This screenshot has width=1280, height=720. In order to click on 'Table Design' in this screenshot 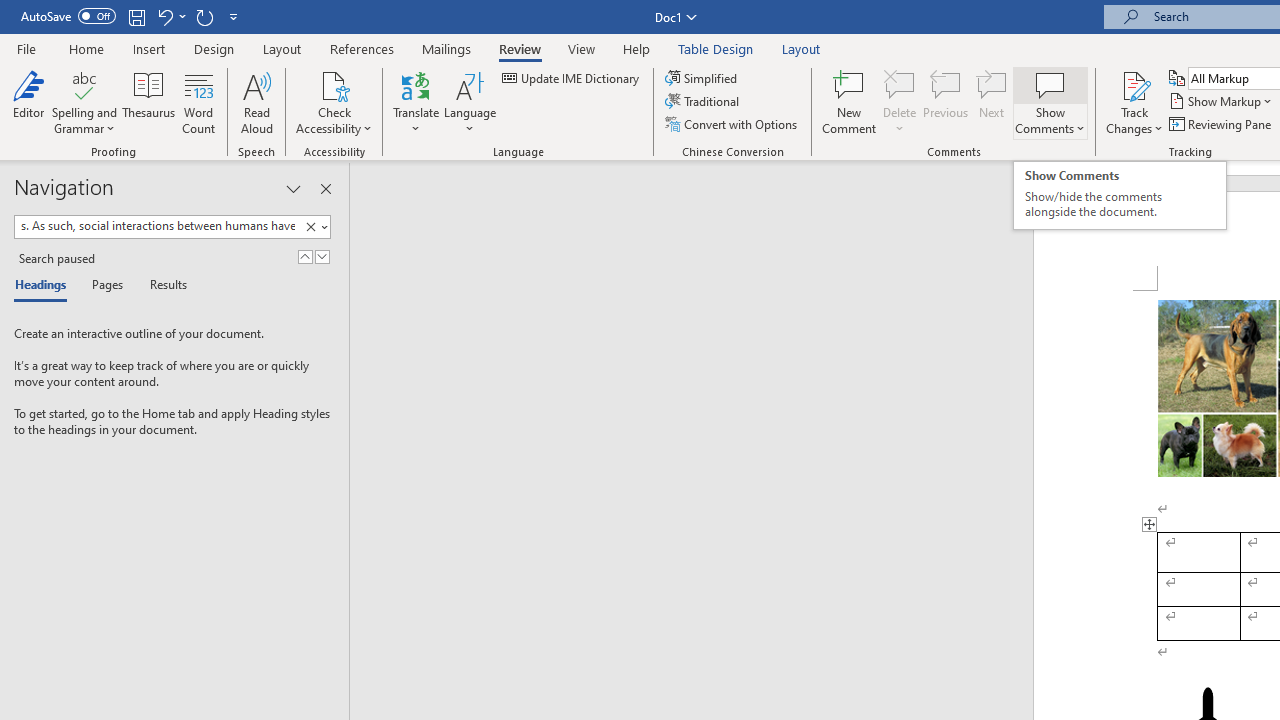, I will do `click(716, 48)`.